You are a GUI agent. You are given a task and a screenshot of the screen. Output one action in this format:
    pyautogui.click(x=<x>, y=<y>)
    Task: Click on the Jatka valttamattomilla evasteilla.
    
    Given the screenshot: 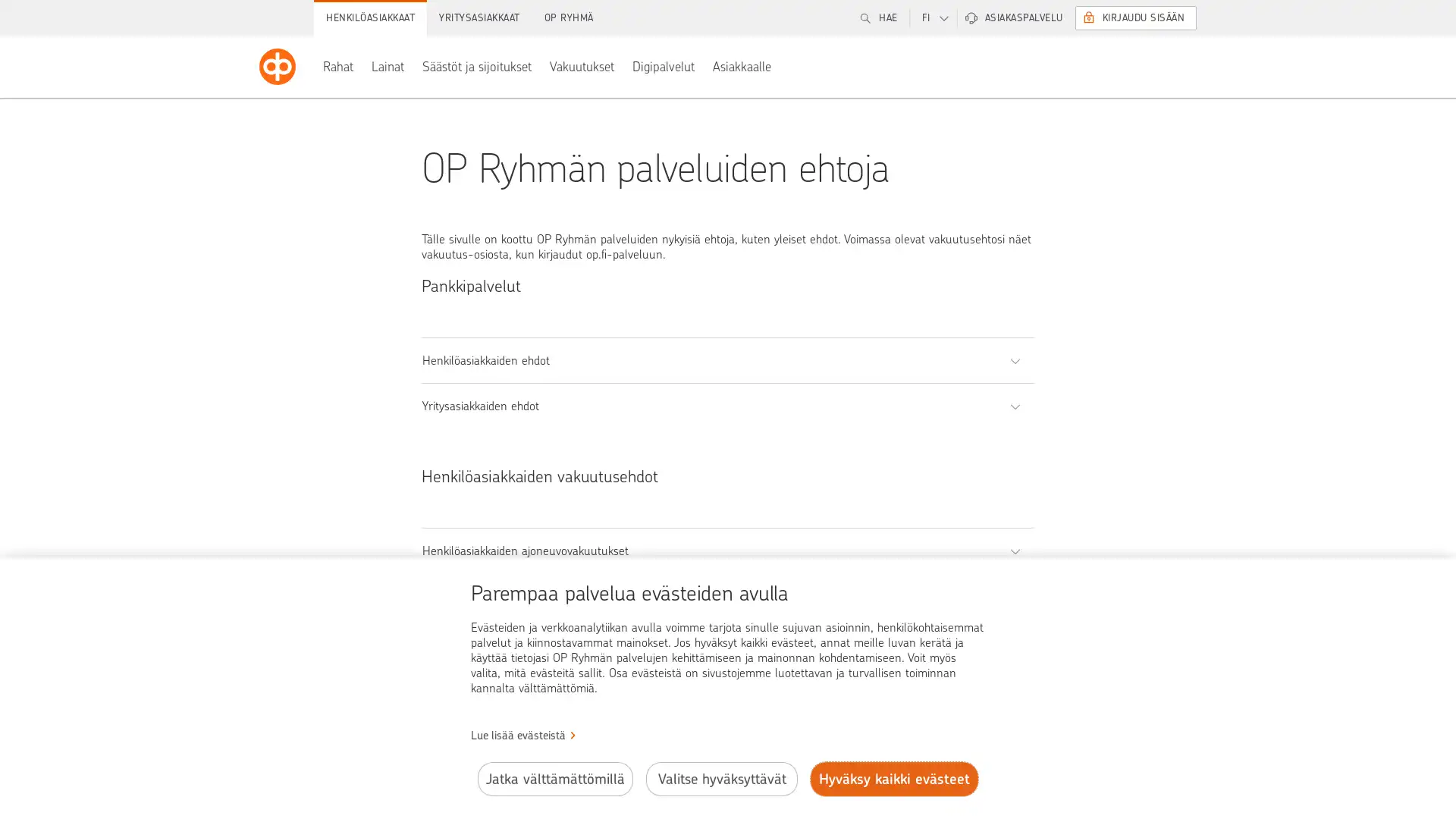 What is the action you would take?
    pyautogui.click(x=554, y=779)
    